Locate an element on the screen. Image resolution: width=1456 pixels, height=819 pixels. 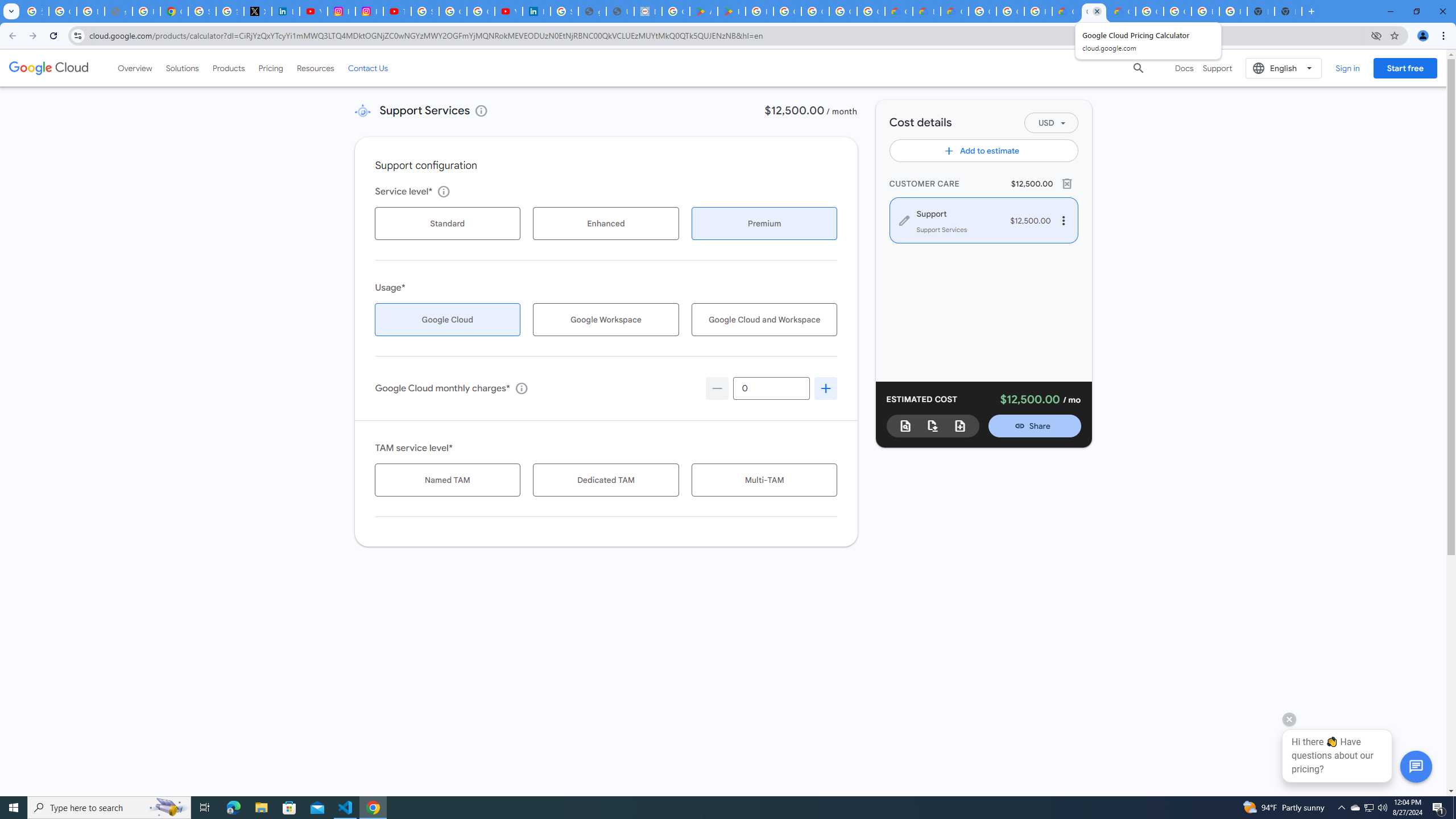
'Pricing' is located at coordinates (271, 67).